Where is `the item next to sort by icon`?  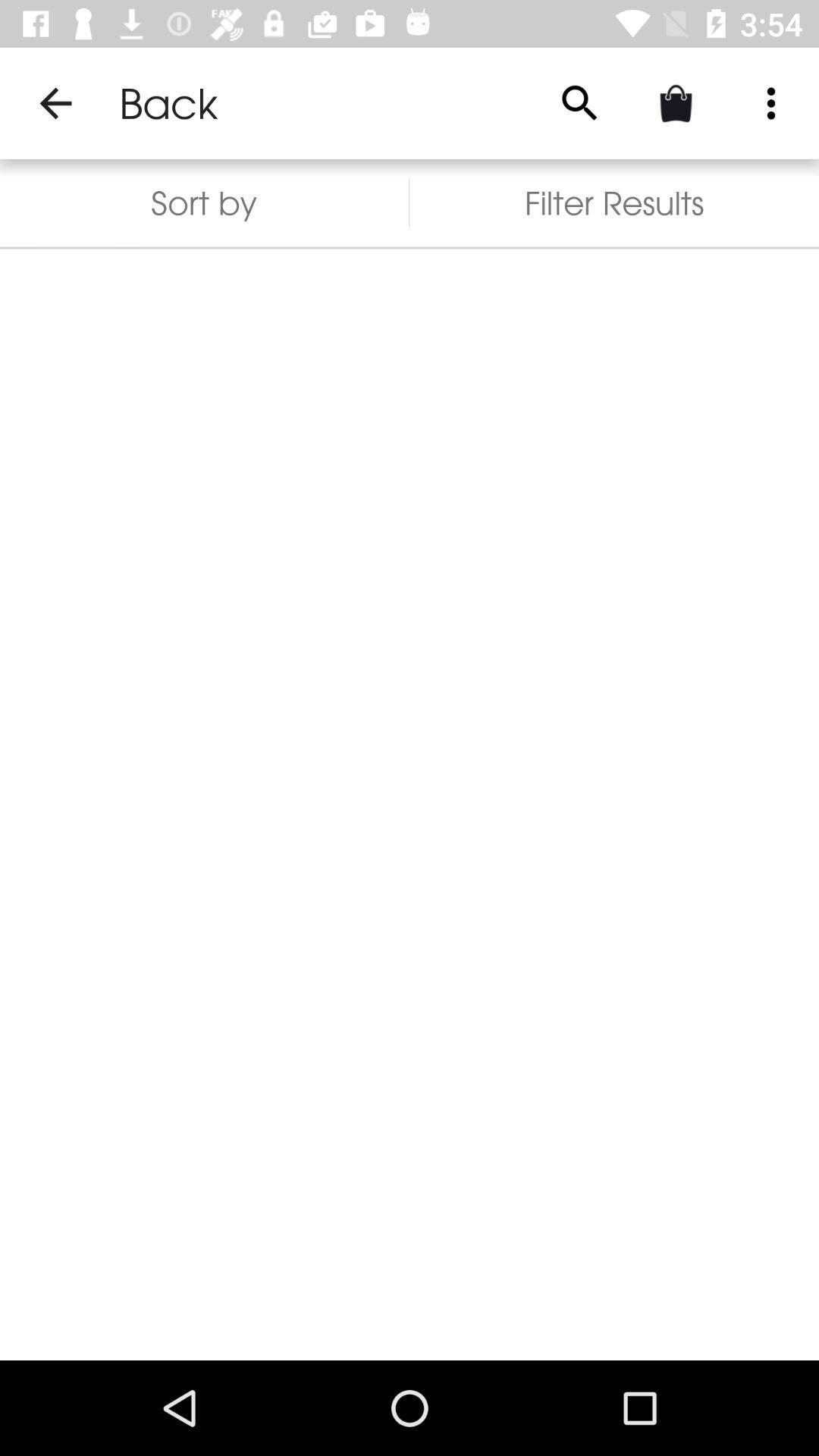 the item next to sort by icon is located at coordinates (614, 202).